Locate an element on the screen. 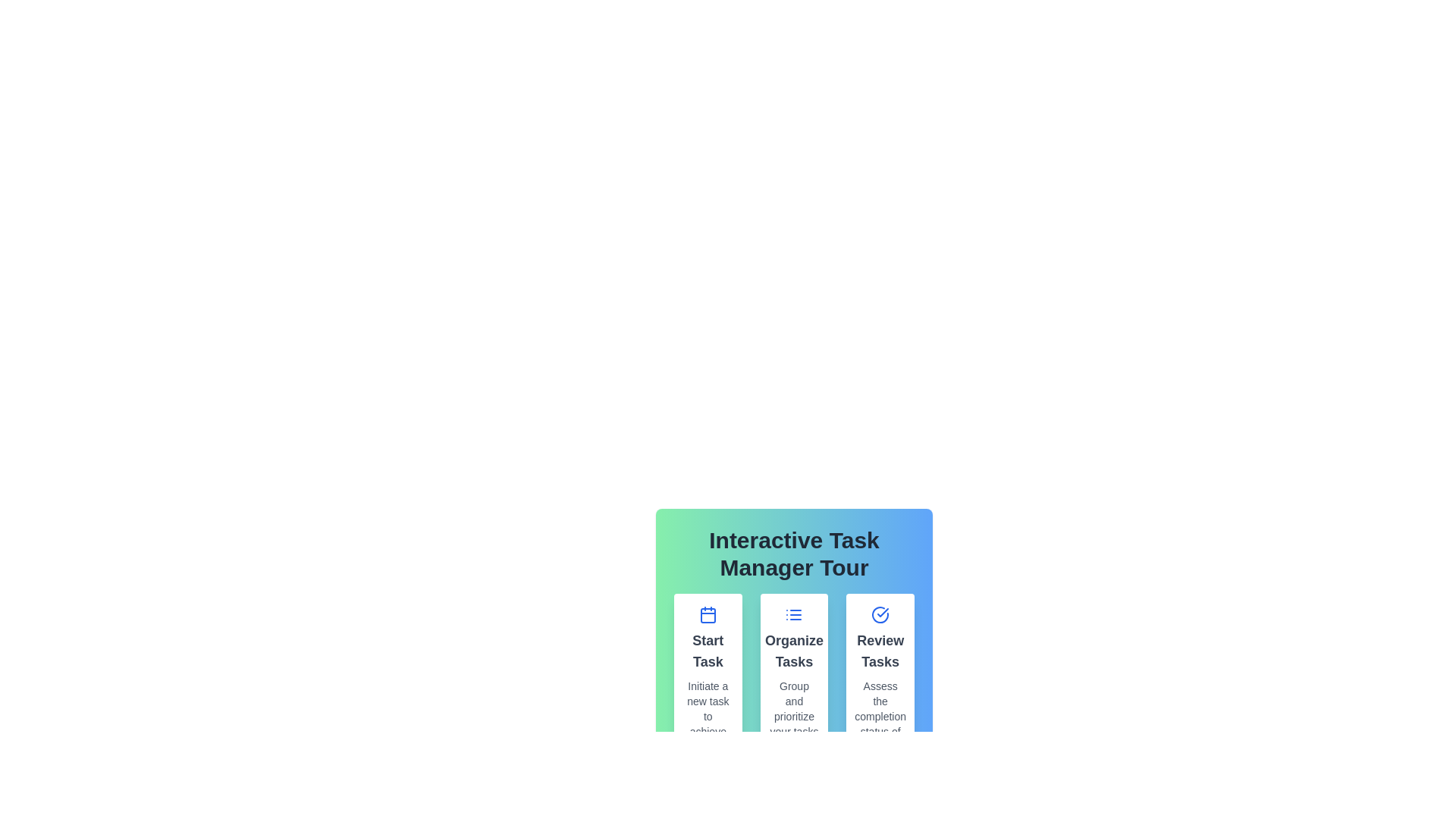 This screenshot has height=819, width=1456. the heading titled 'Interactive Task Manager Tour' for accessibility features by moving the cursor to its center point is located at coordinates (793, 554).